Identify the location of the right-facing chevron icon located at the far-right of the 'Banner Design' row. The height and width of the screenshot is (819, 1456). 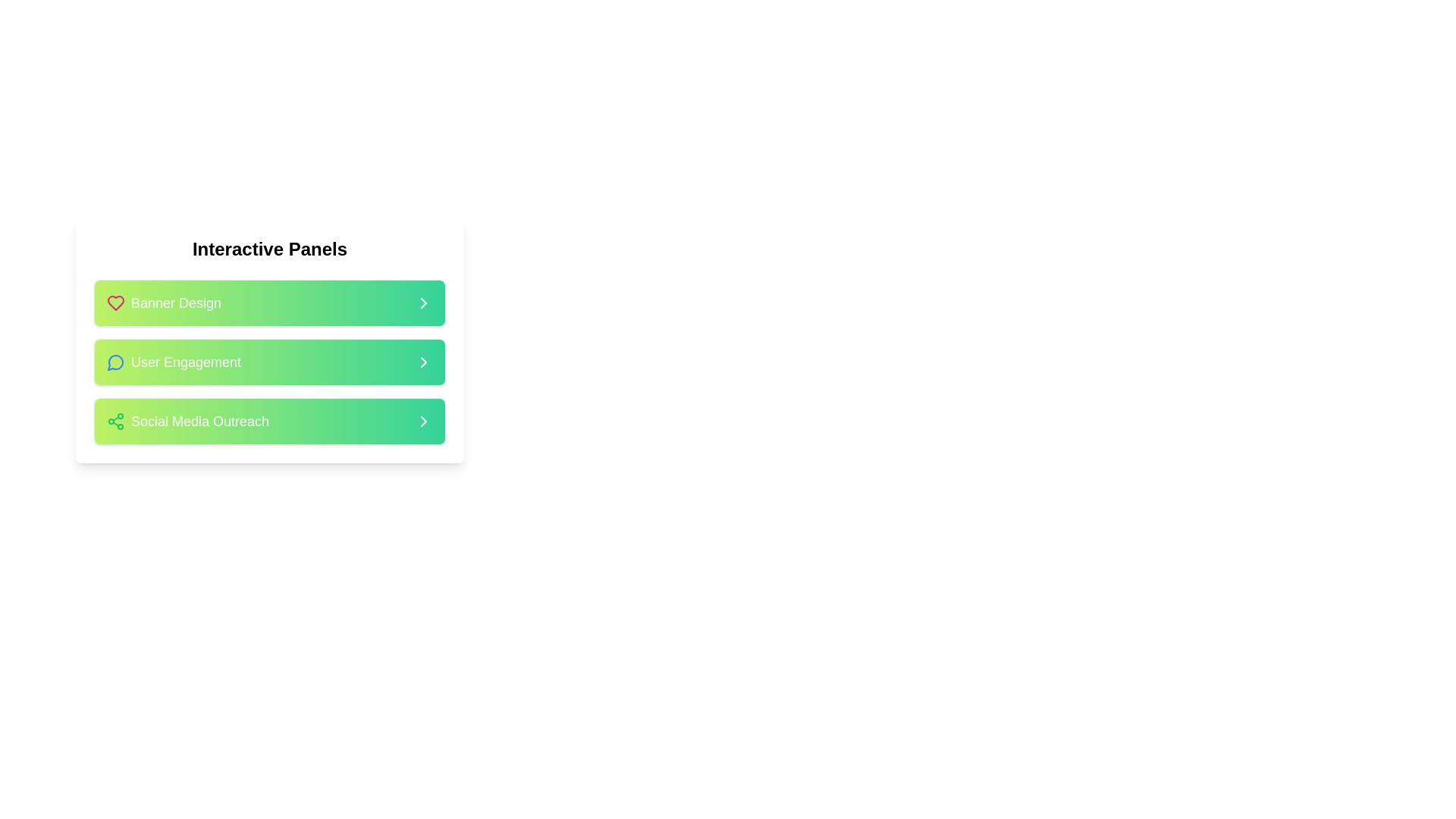
(423, 303).